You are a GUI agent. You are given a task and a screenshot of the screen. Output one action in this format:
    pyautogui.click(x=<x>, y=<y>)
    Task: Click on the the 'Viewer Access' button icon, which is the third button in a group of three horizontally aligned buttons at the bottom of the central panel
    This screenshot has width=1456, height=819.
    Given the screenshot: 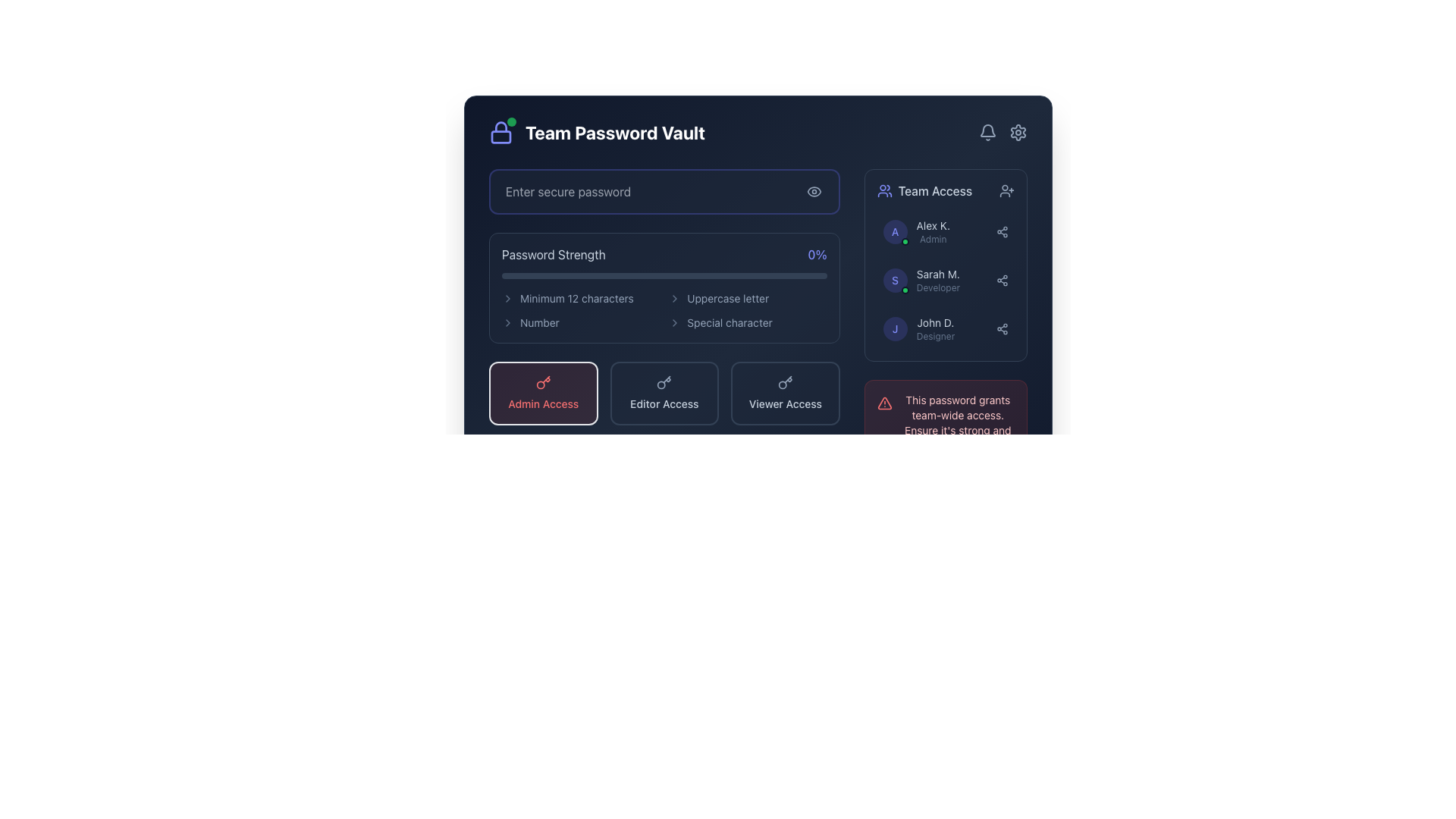 What is the action you would take?
    pyautogui.click(x=785, y=382)
    